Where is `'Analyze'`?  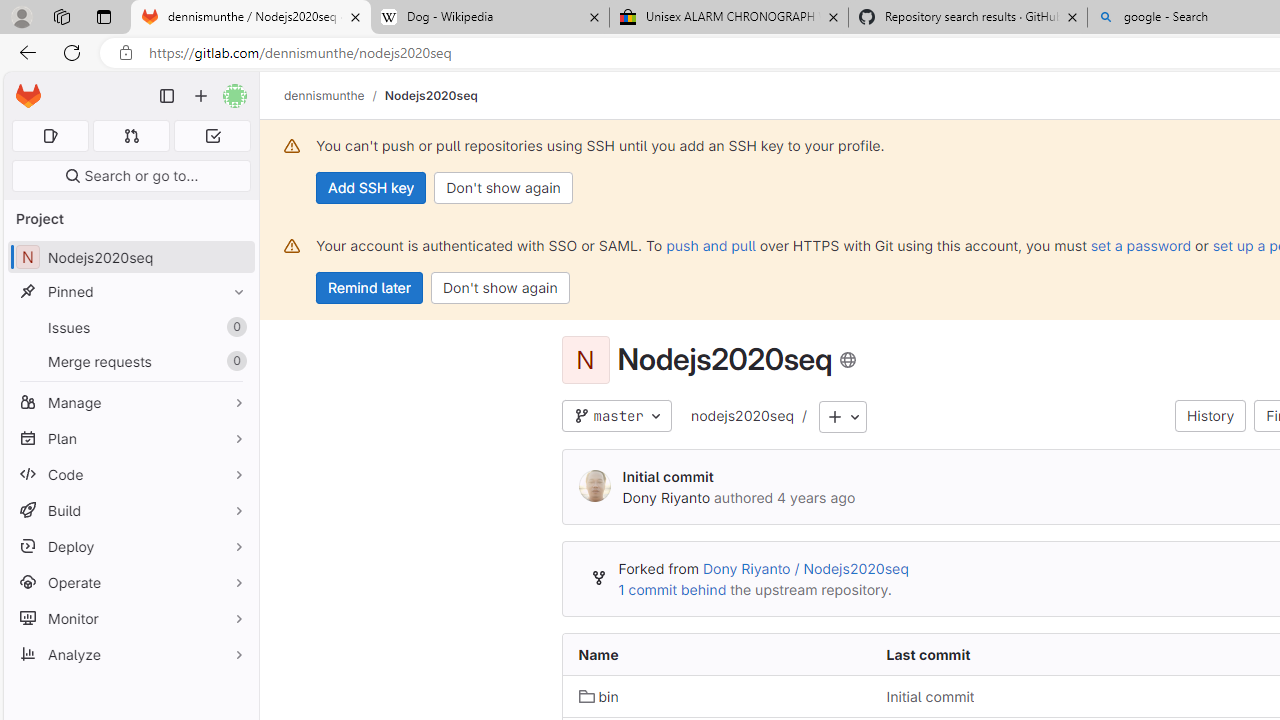
'Analyze' is located at coordinates (130, 654).